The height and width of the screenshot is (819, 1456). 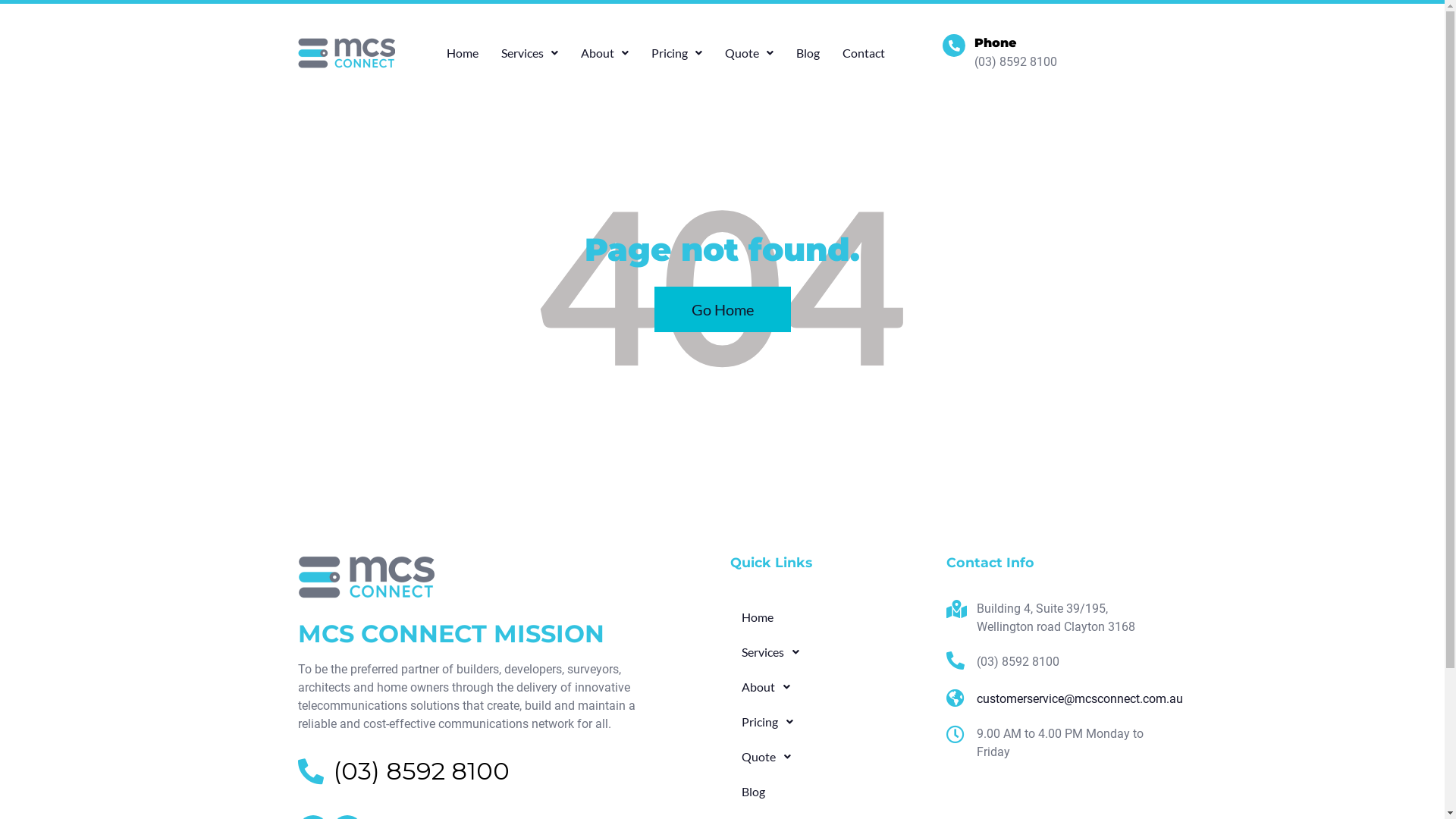 I want to click on 'Go Home', so click(x=720, y=309).